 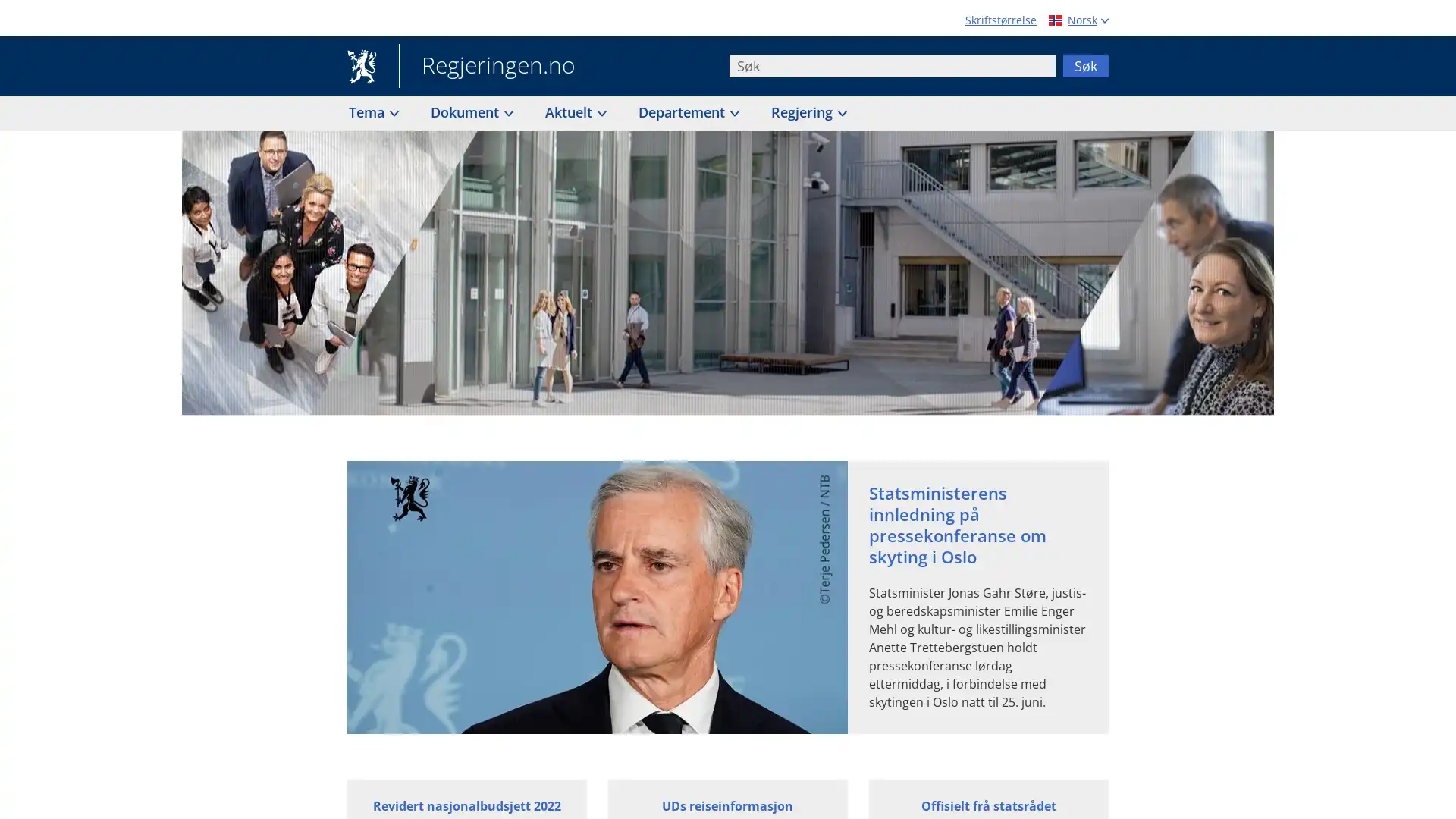 What do you see at coordinates (372, 111) in the screenshot?
I see `Tema` at bounding box center [372, 111].